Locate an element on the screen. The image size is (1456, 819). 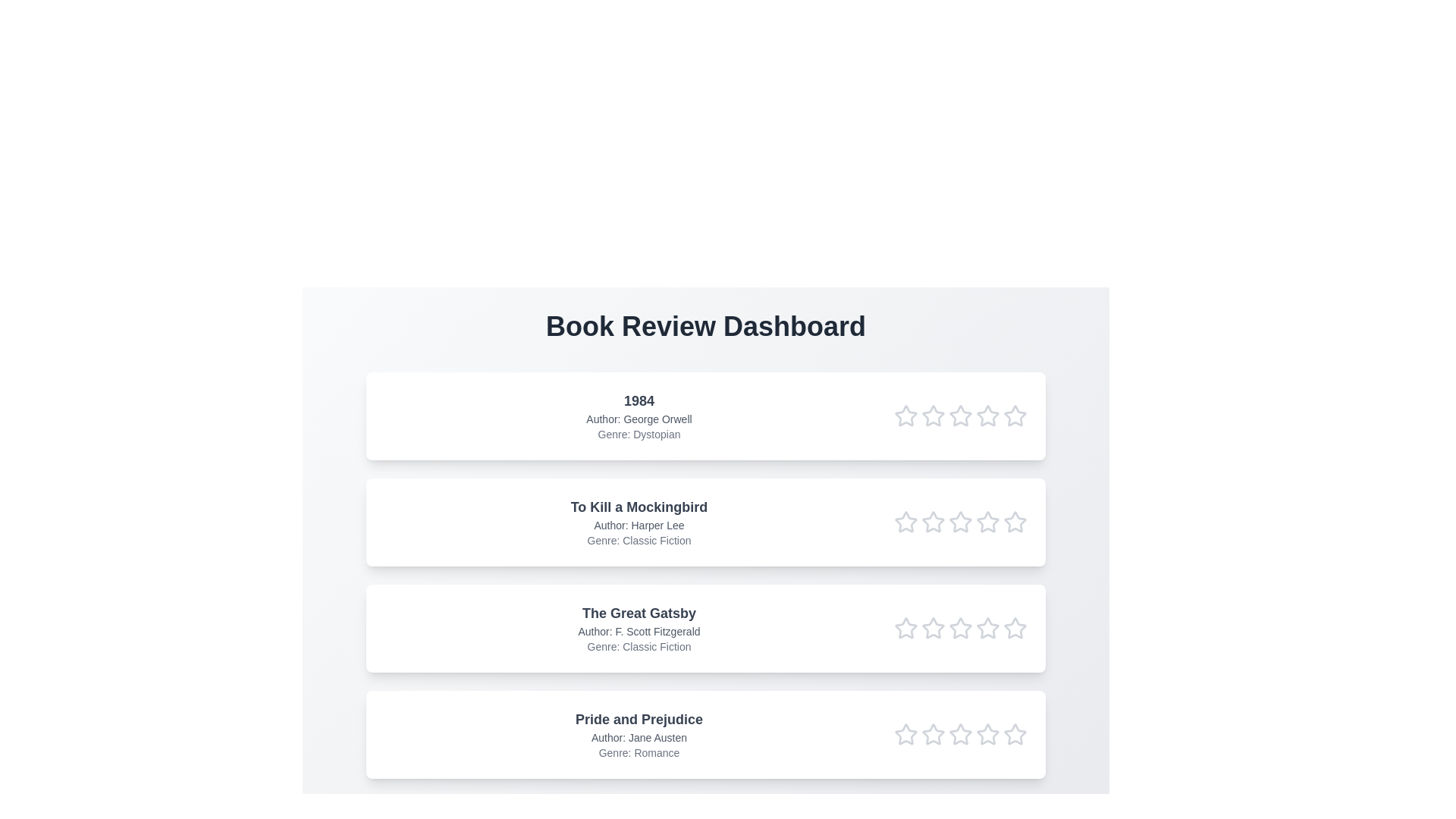
the star corresponding to 5 in the rating row of the book titled Pride and Prejudice is located at coordinates (1015, 733).